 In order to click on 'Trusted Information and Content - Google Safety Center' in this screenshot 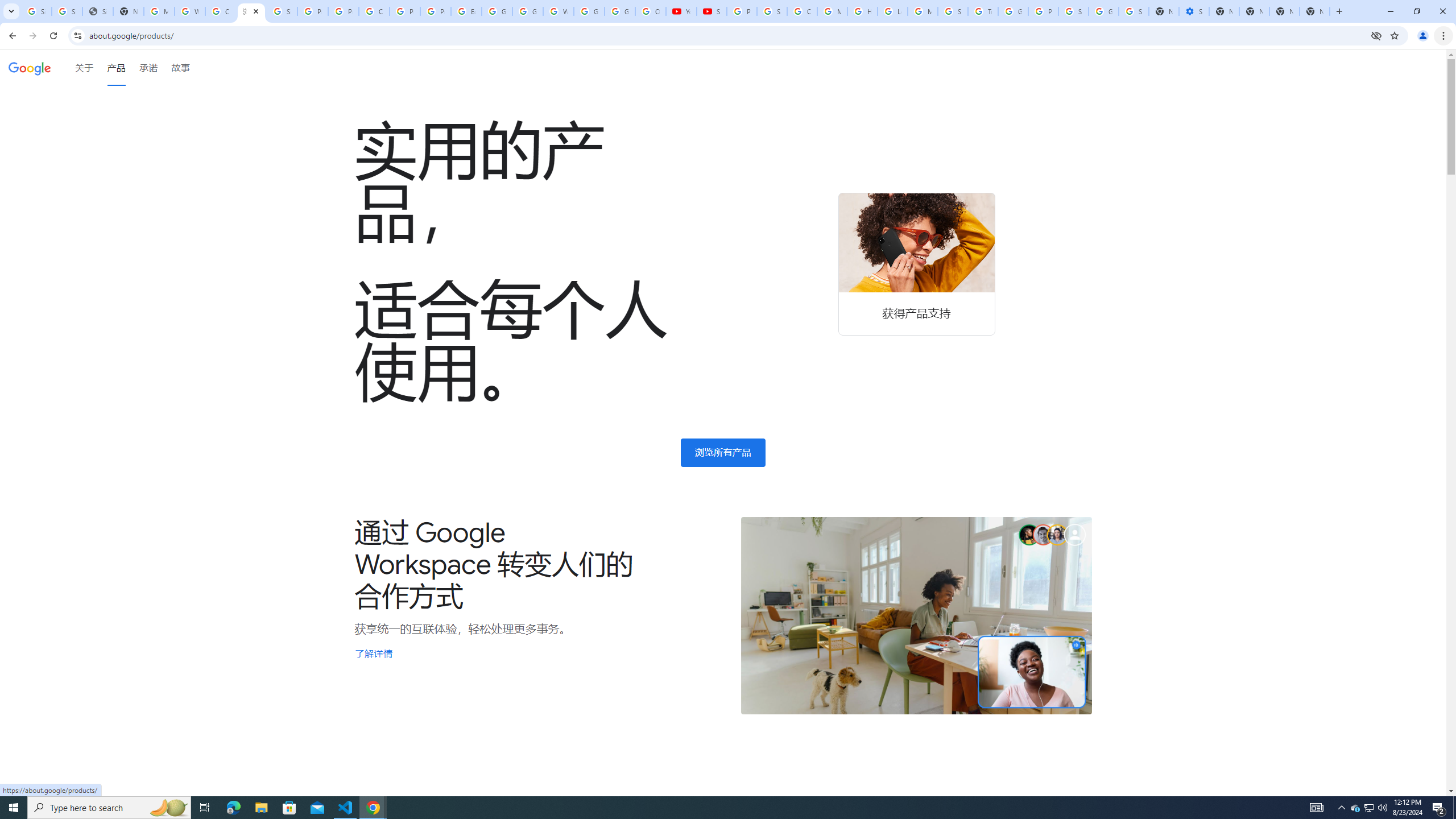, I will do `click(983, 11)`.